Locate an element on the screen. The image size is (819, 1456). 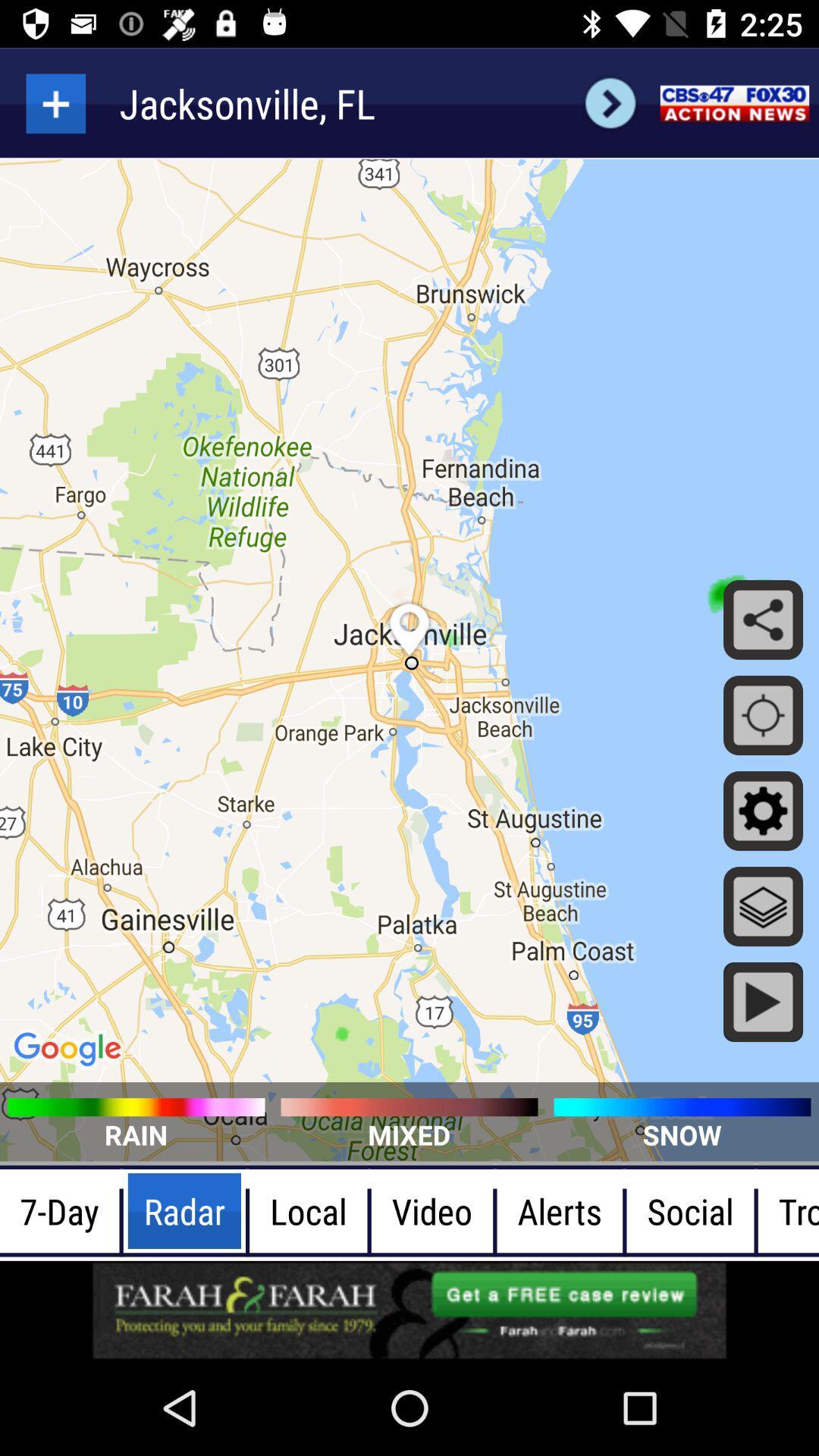
searching option is located at coordinates (55, 102).